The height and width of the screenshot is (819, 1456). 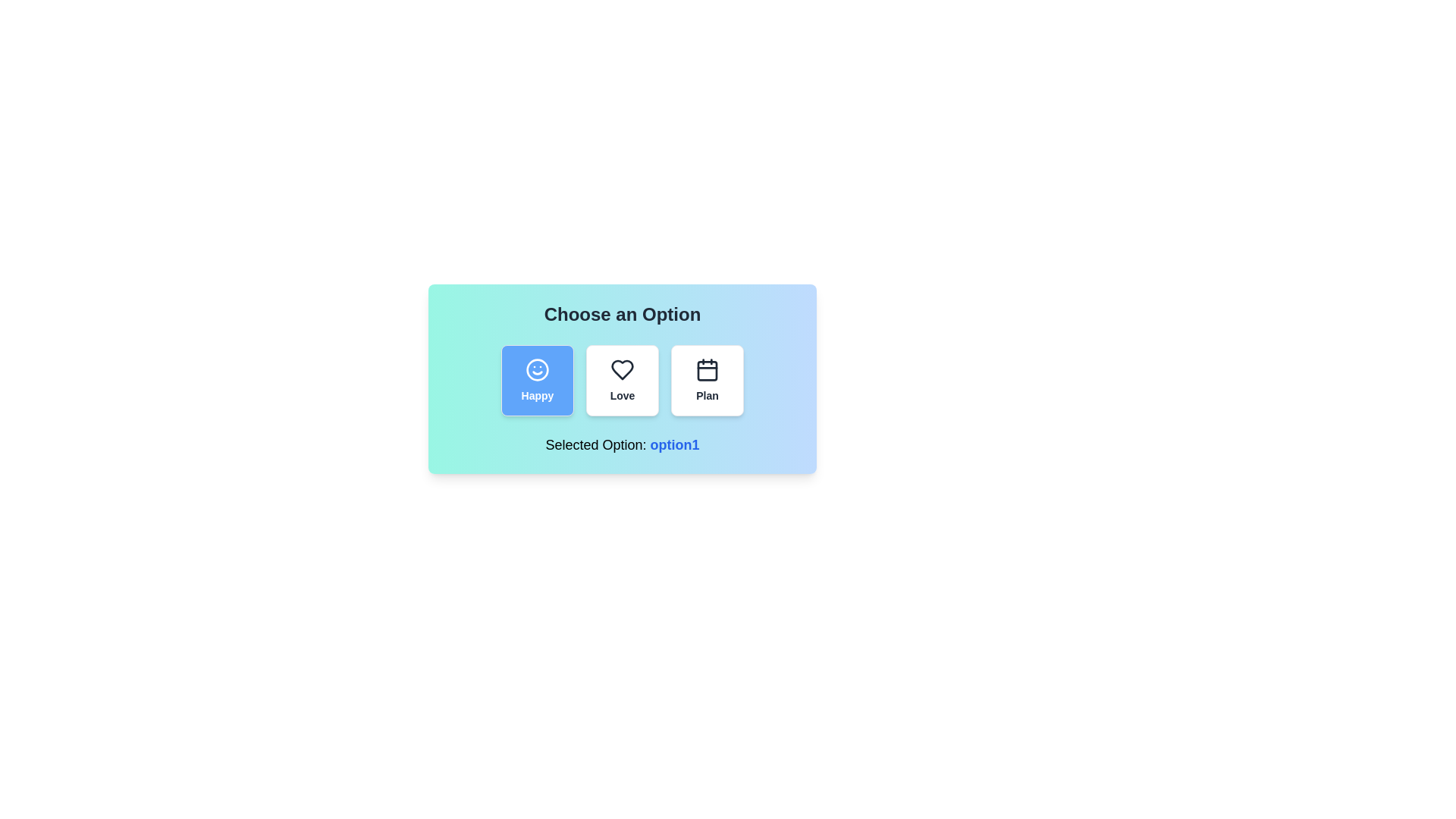 What do you see at coordinates (622, 394) in the screenshot?
I see `the 'Love' text label located beneath the heart icon in the central card of the selection mechanism` at bounding box center [622, 394].